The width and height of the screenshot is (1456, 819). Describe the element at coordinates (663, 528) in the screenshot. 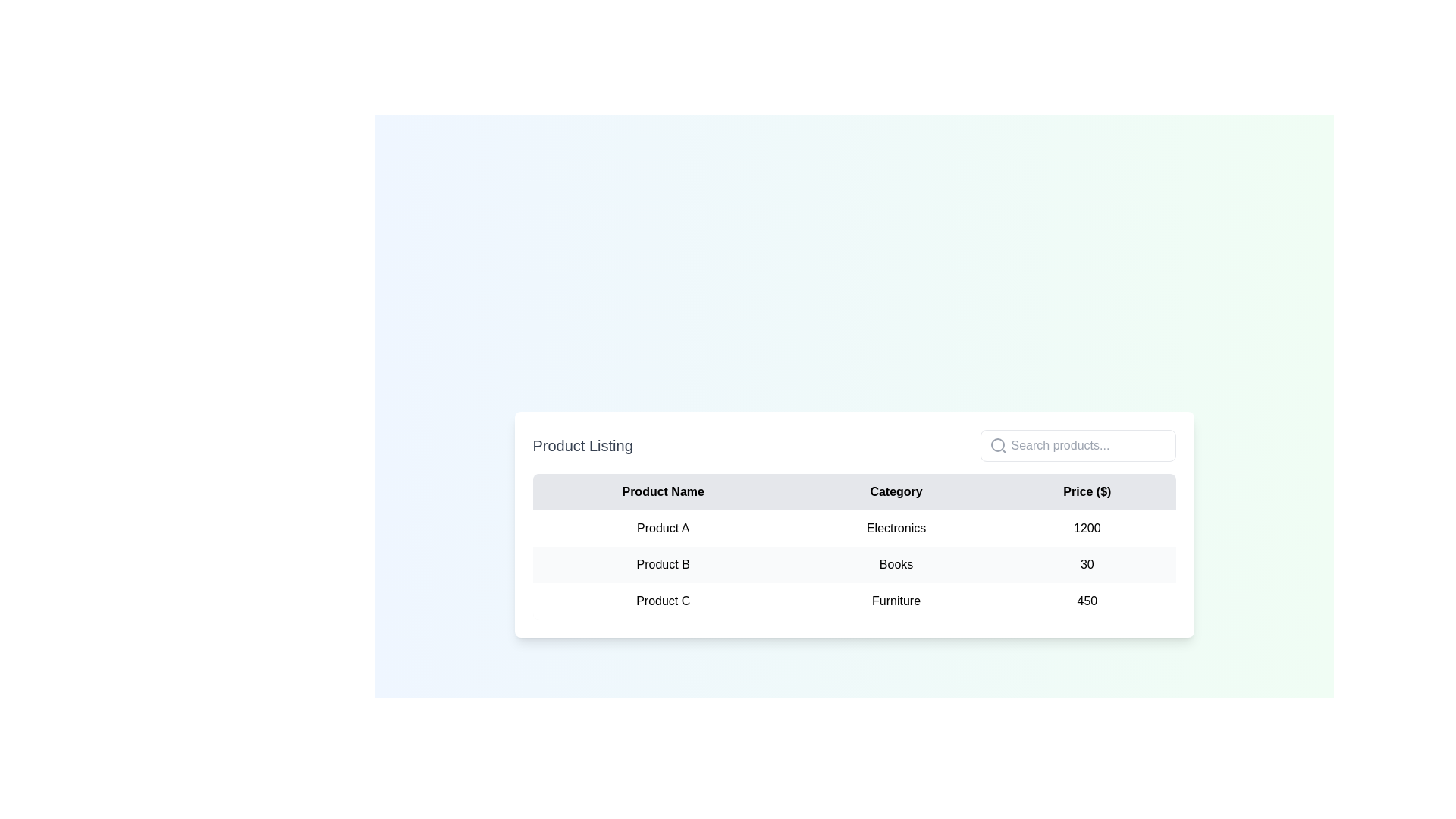

I see `the text label reading 'Product A' in the first column of the second row of the product listing table` at that location.